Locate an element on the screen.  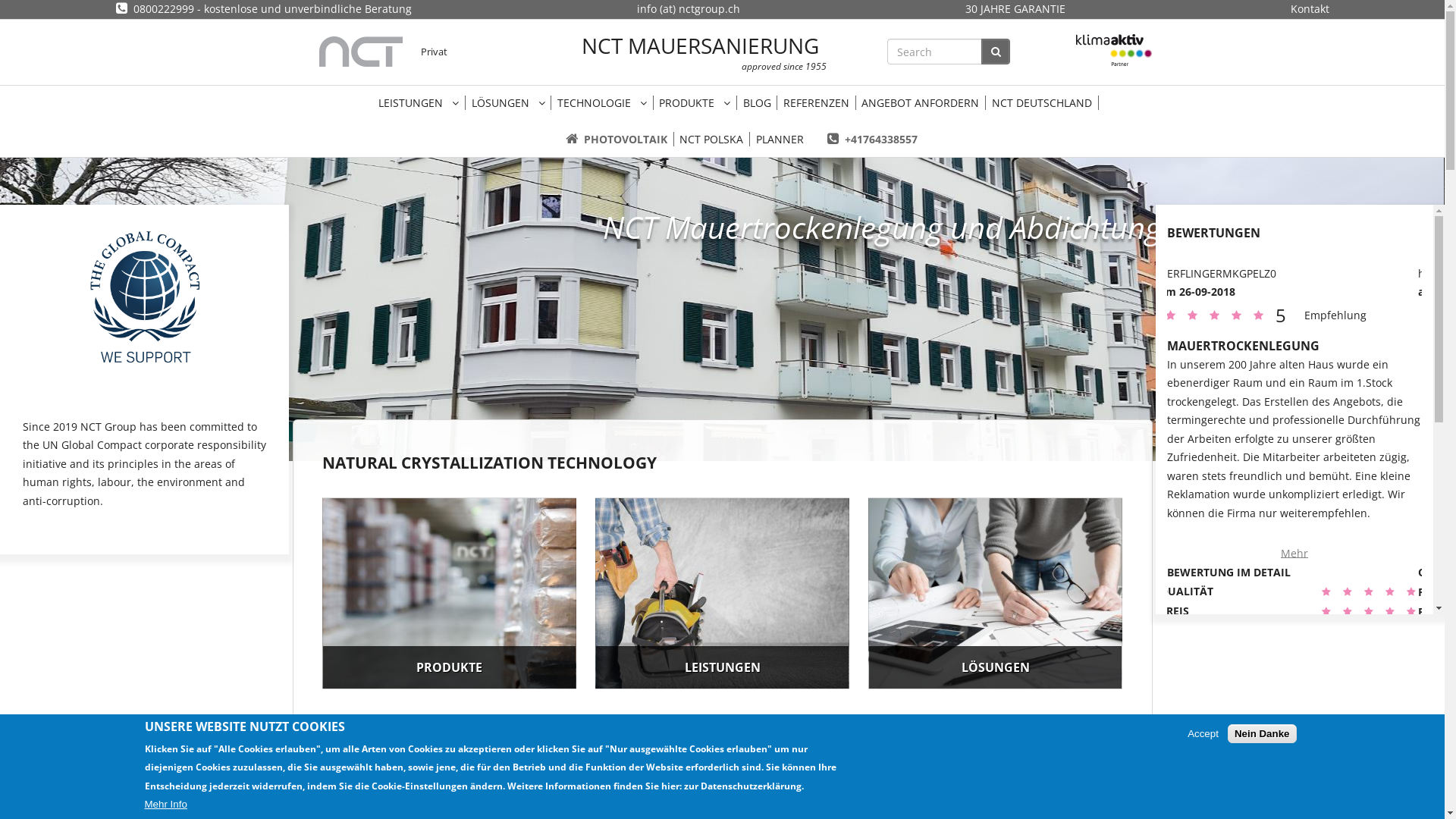
'info (at) nctgroup.ch' is located at coordinates (687, 8).